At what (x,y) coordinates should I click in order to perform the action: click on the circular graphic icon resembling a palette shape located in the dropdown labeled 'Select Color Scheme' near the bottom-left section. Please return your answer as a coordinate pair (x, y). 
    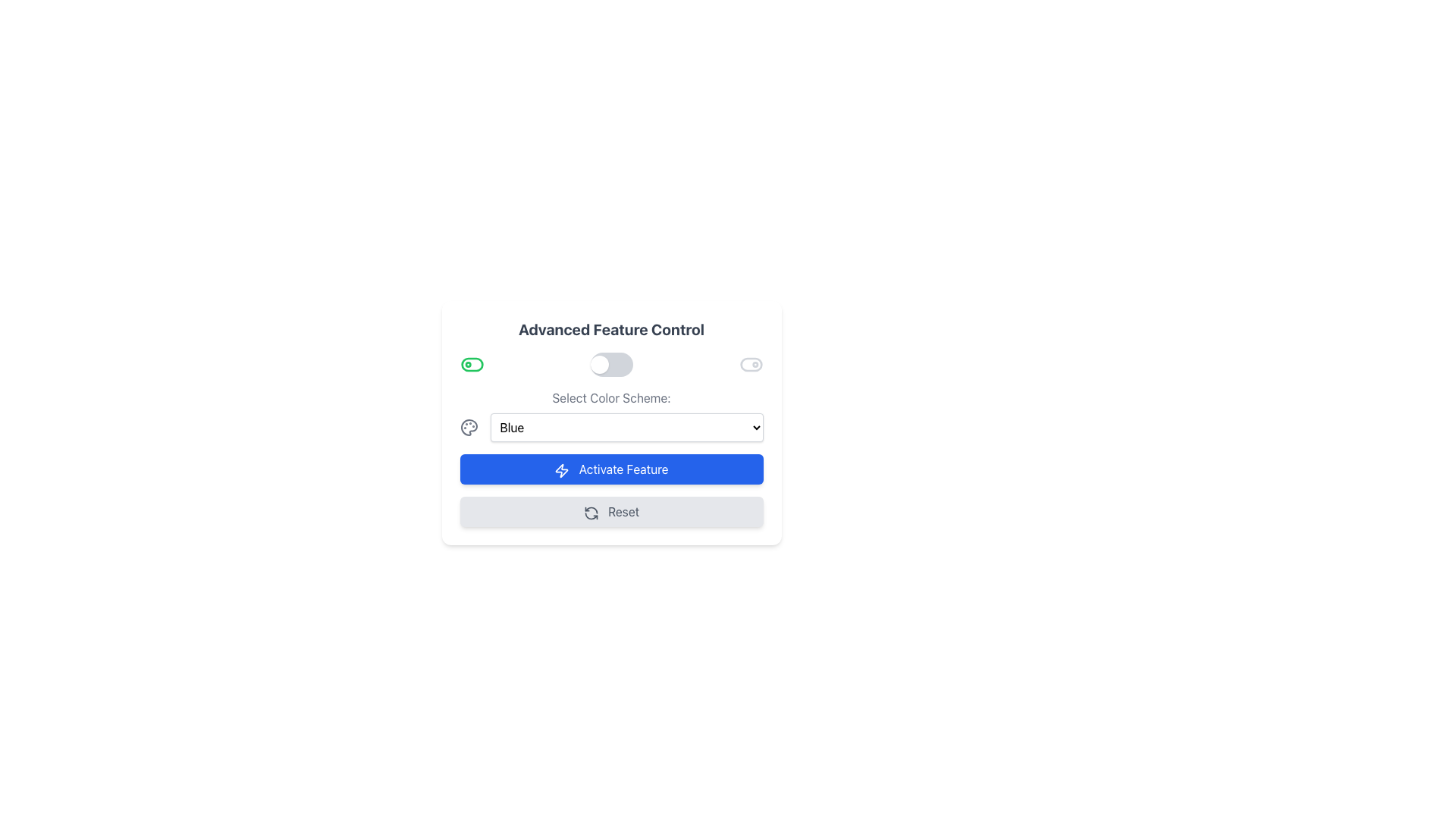
    Looking at the image, I should click on (468, 427).